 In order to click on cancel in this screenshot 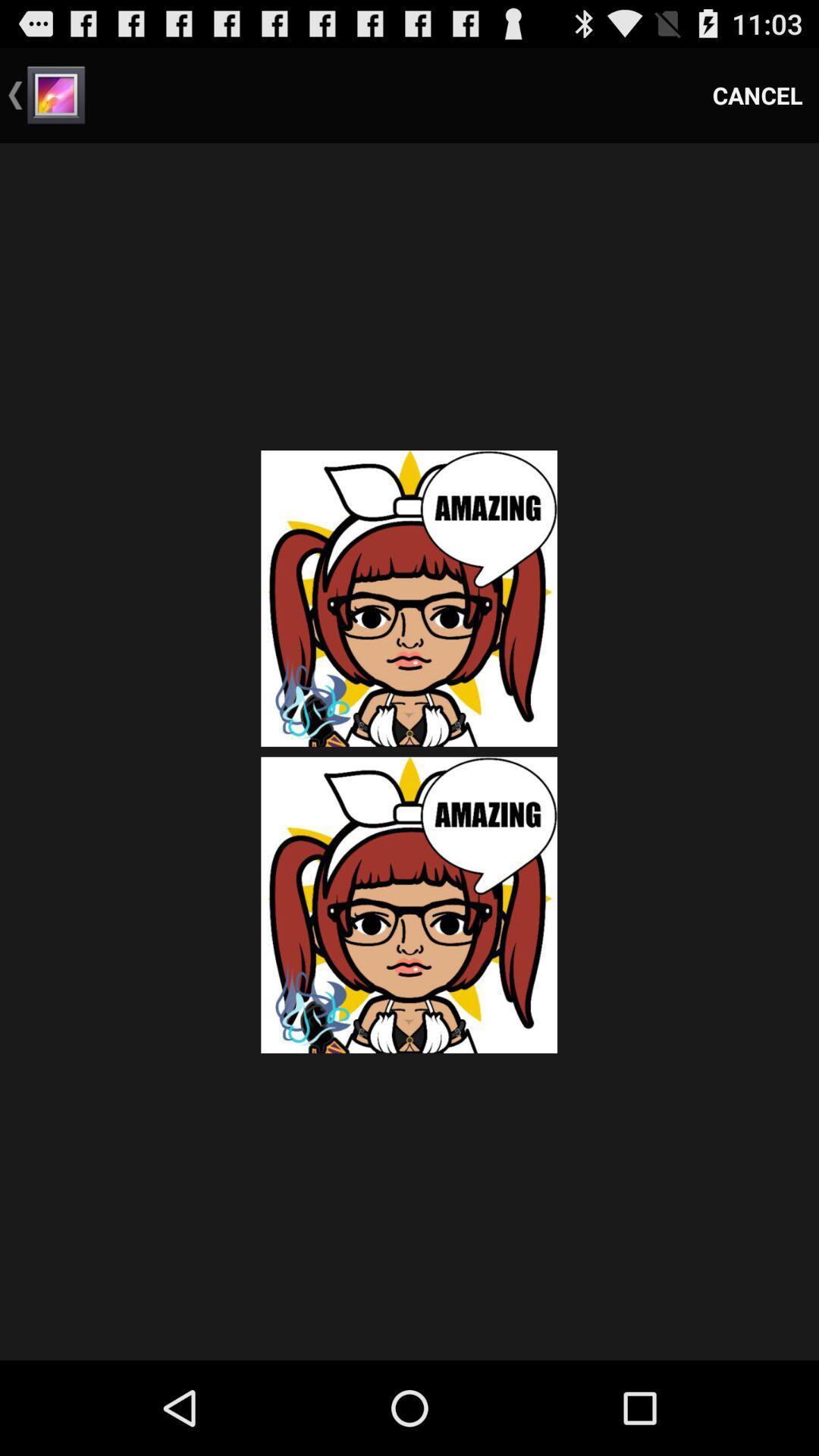, I will do `click(758, 94)`.